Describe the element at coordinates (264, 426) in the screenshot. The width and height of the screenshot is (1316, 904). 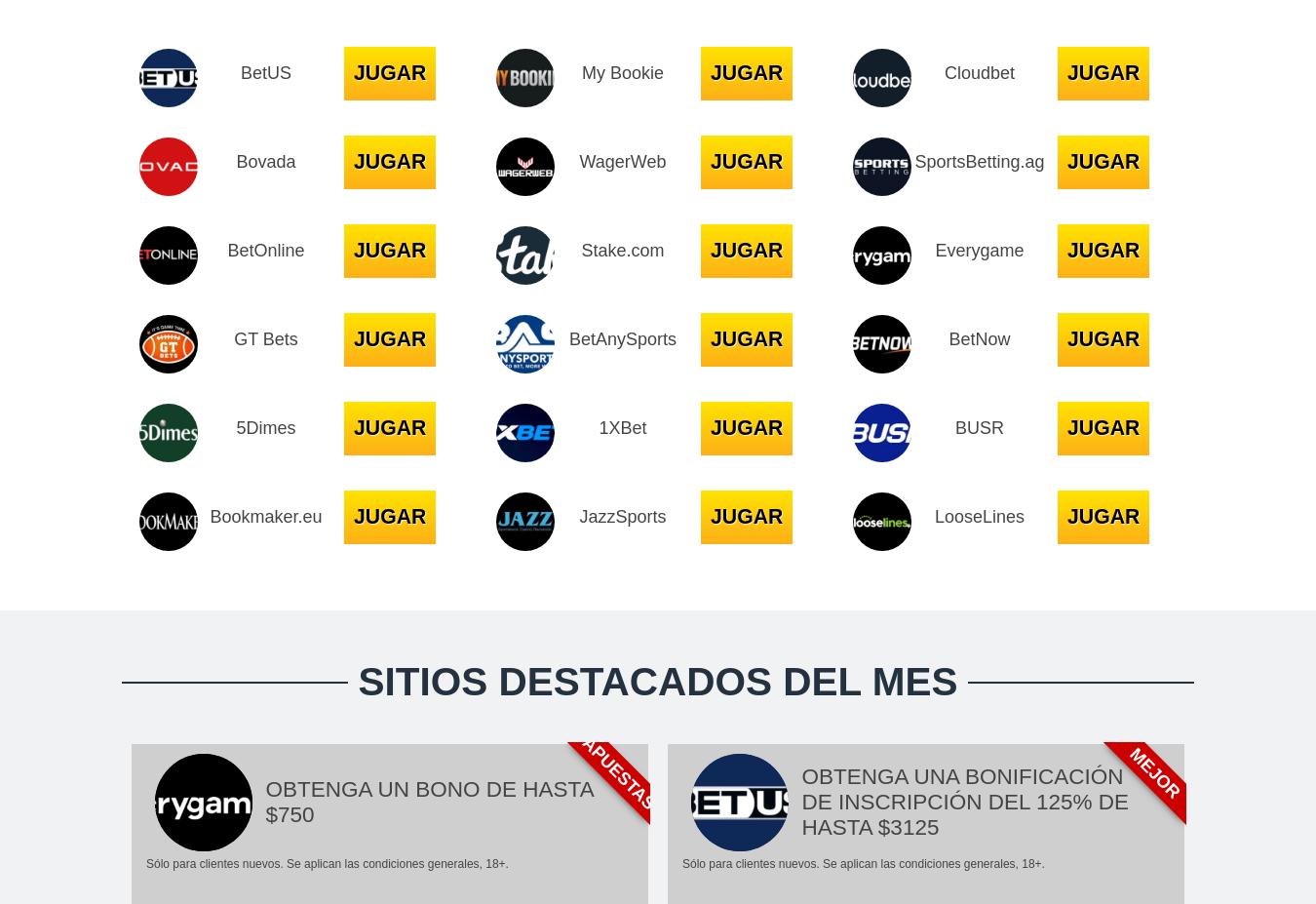
I see `'5Dimes'` at that location.